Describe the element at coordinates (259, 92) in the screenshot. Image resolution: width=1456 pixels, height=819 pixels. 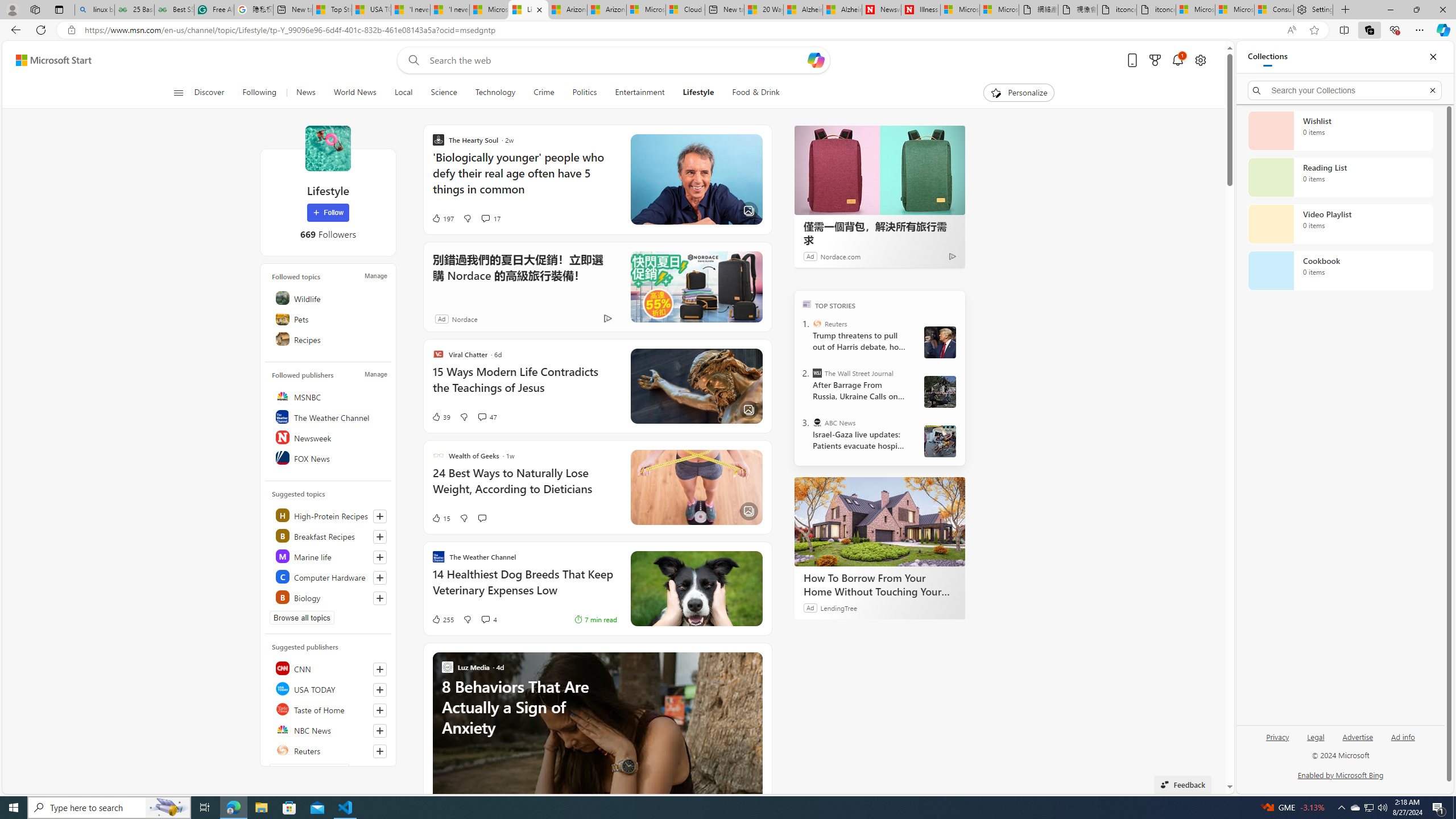
I see `'Following'` at that location.